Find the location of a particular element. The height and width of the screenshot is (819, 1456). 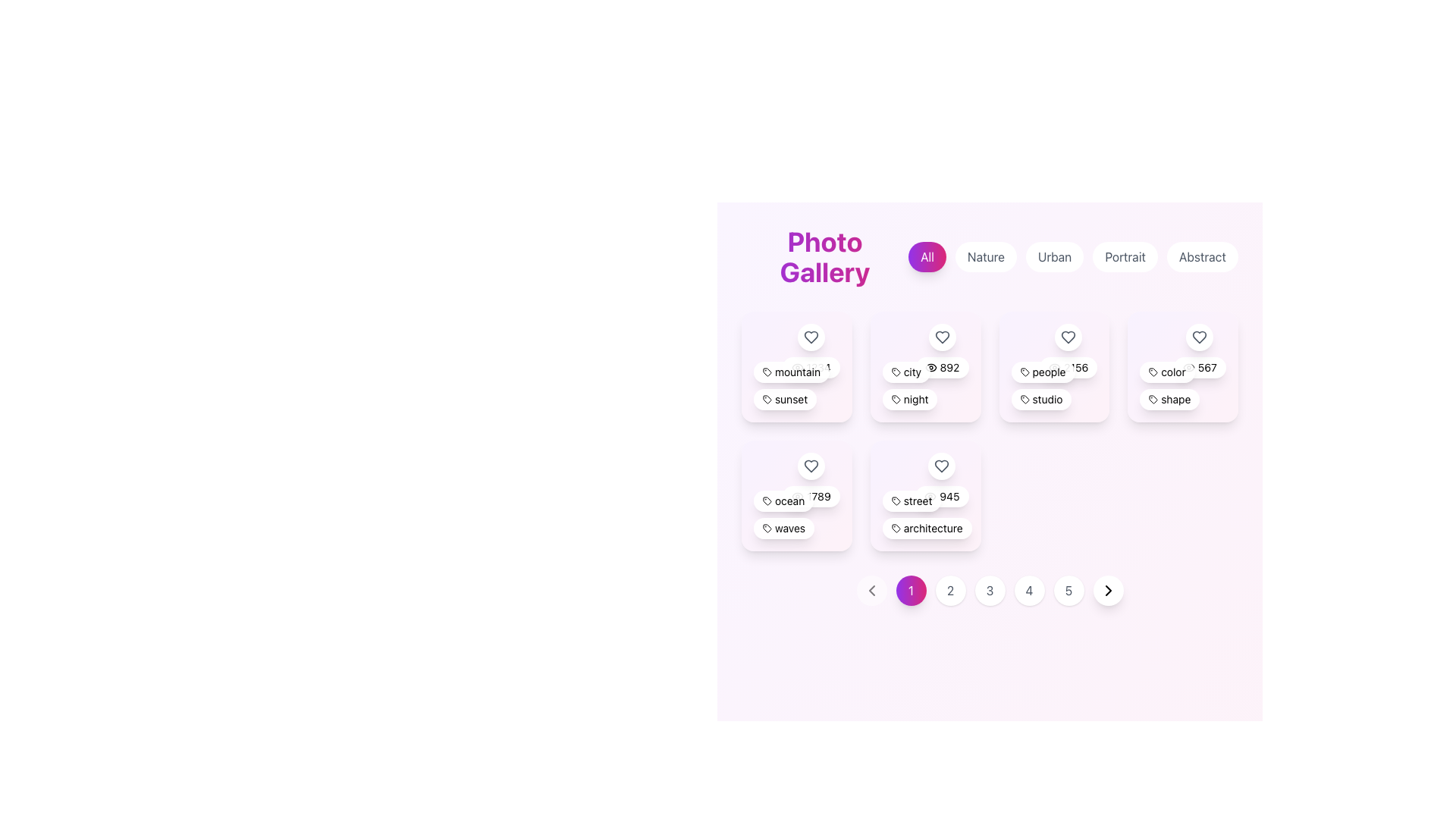

the Icon Button located in the top-right corner of the 'street' and 'architecture' card in the bottom row of the grid-like layout of photo categories is located at coordinates (941, 465).